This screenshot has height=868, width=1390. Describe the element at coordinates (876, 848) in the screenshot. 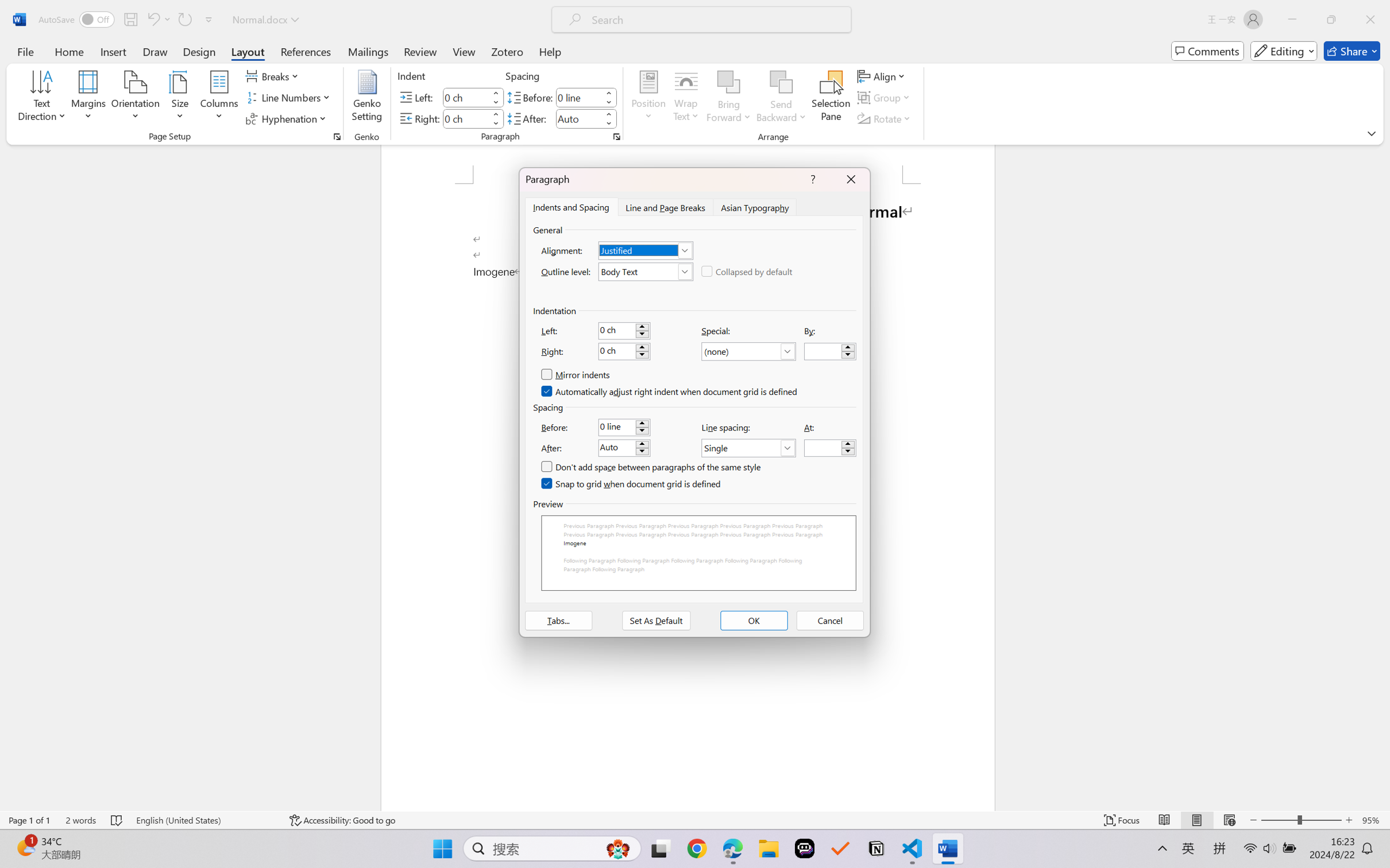

I see `'Notion'` at that location.